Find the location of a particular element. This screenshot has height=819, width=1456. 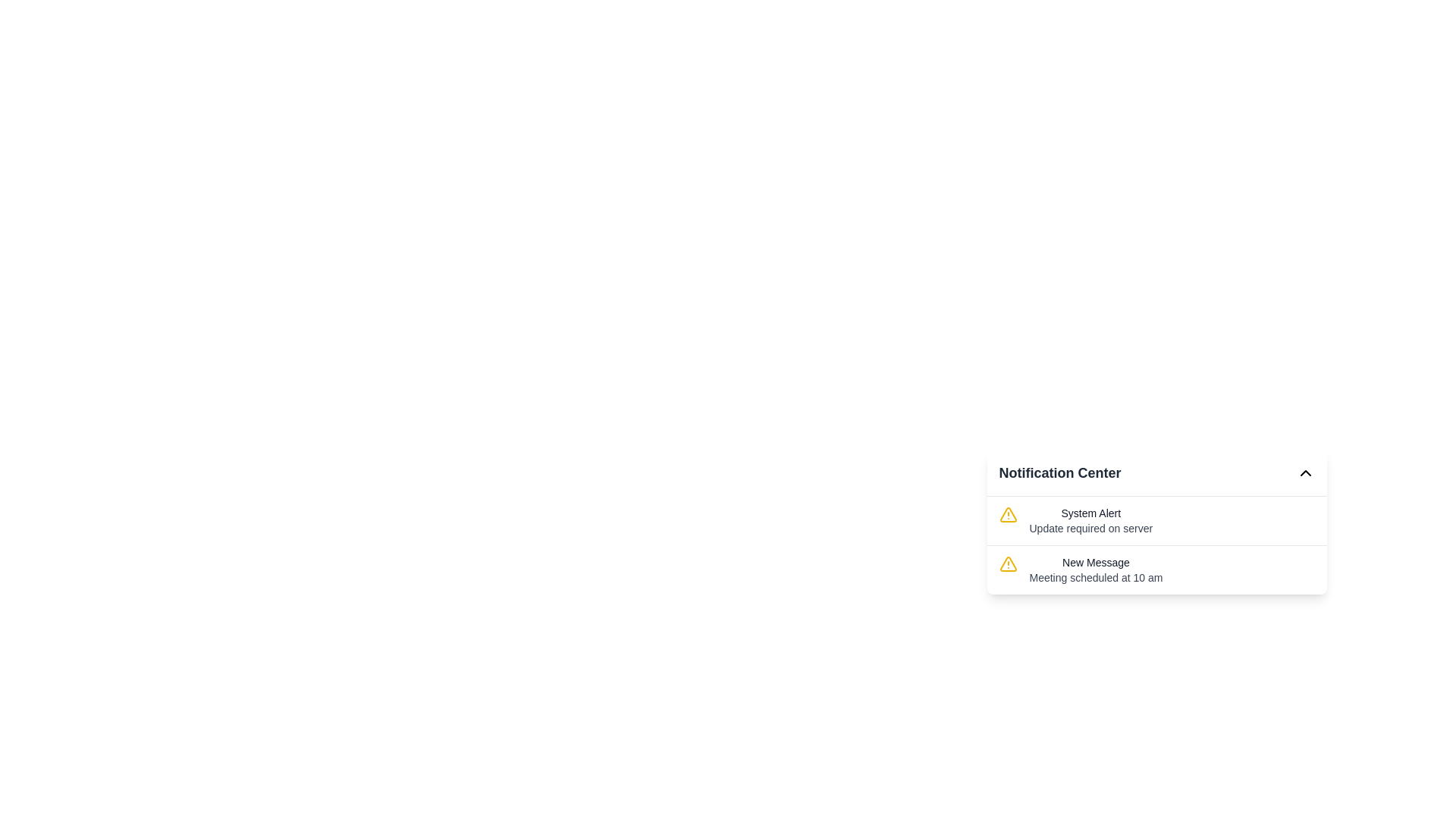

the 'New Message' text block element in the notification panel, which displays the alert for 'Meeting scheduled at 10 am' is located at coordinates (1096, 570).